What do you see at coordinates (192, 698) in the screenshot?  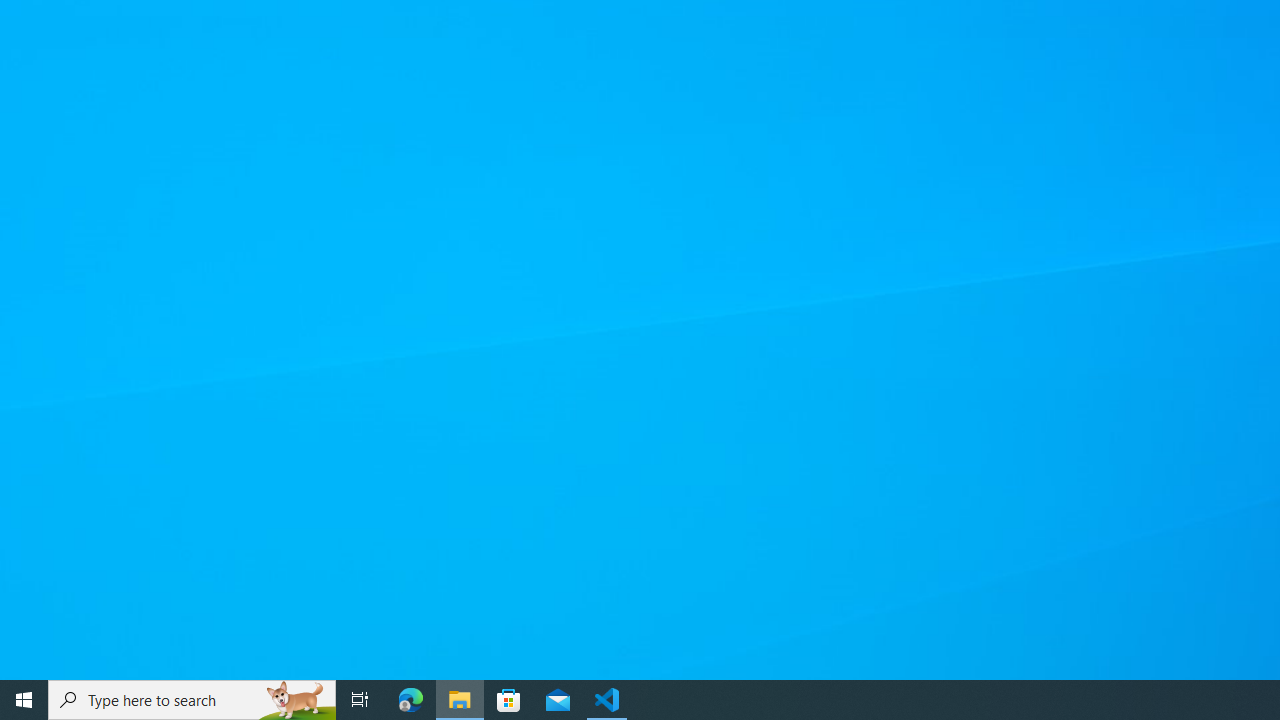 I see `'Type here to search'` at bounding box center [192, 698].